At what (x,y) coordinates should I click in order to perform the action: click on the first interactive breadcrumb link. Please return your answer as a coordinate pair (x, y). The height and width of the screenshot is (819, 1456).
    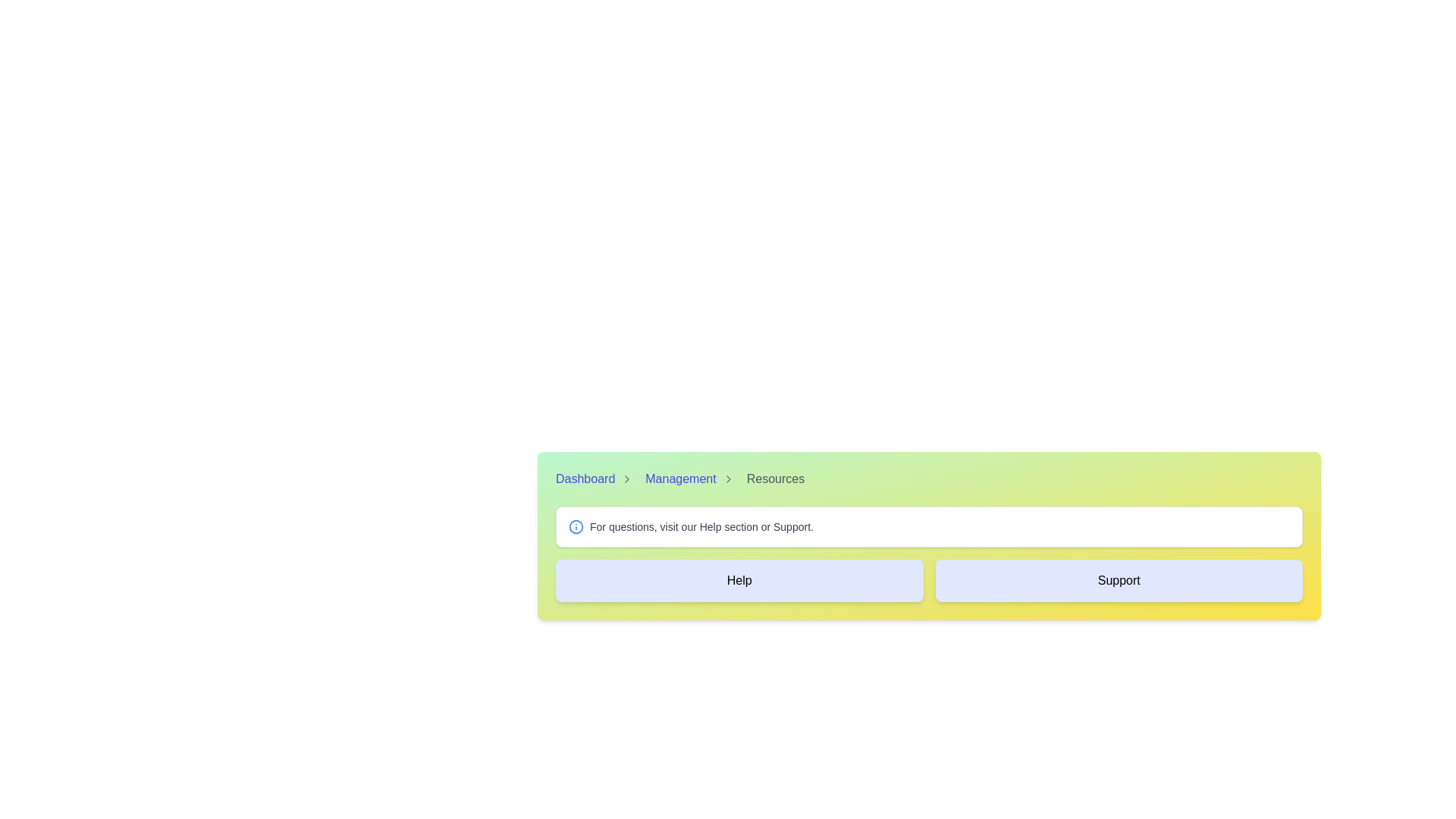
    Looking at the image, I should click on (596, 479).